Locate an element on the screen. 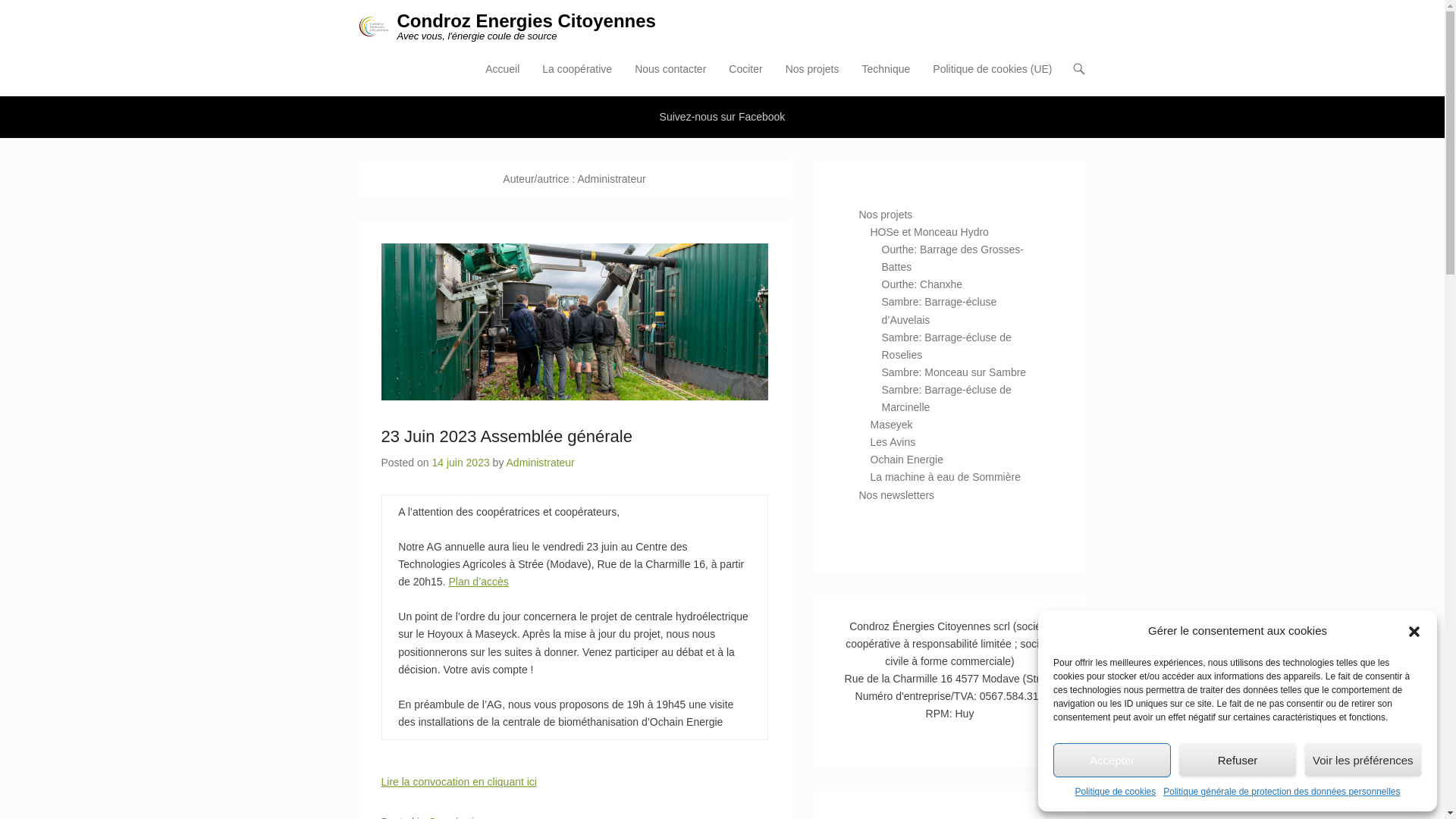  'Les Avins' is located at coordinates (893, 441).